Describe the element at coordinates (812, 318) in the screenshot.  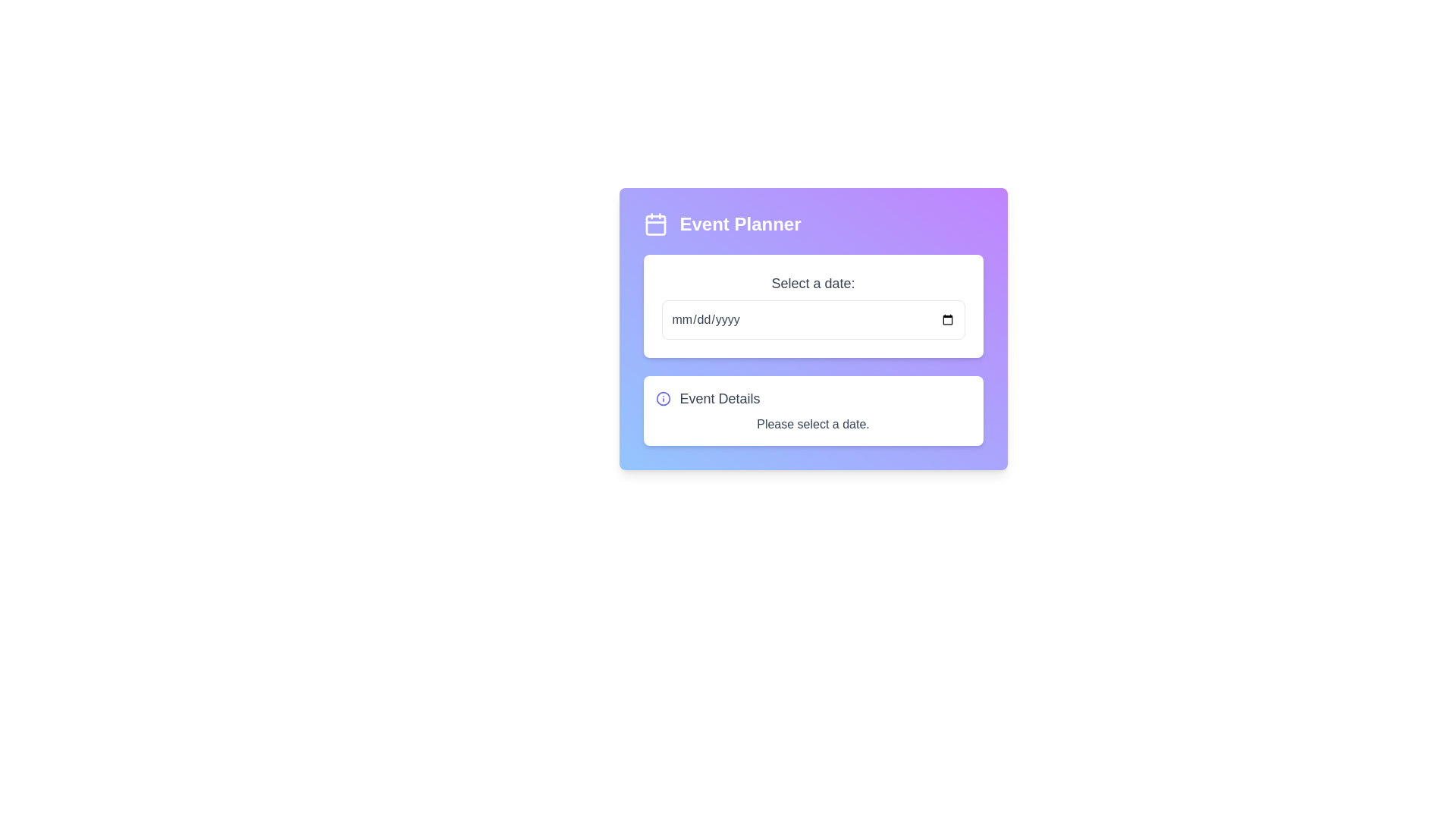
I see `the Date Input Field styled with a light gray border and rounded corners to focus the field` at that location.